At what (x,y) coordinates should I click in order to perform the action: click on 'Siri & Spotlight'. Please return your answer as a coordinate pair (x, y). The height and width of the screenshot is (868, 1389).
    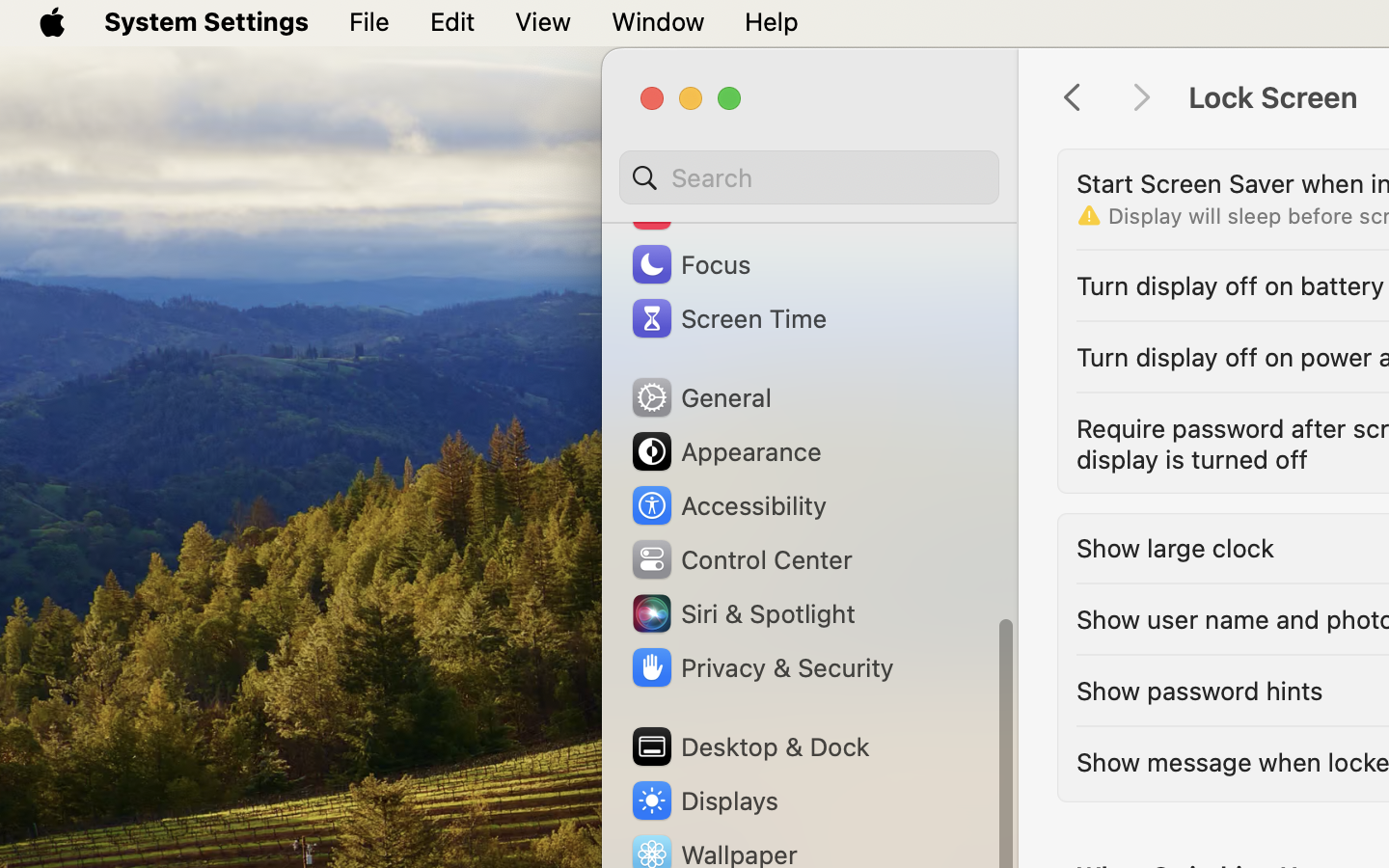
    Looking at the image, I should click on (740, 613).